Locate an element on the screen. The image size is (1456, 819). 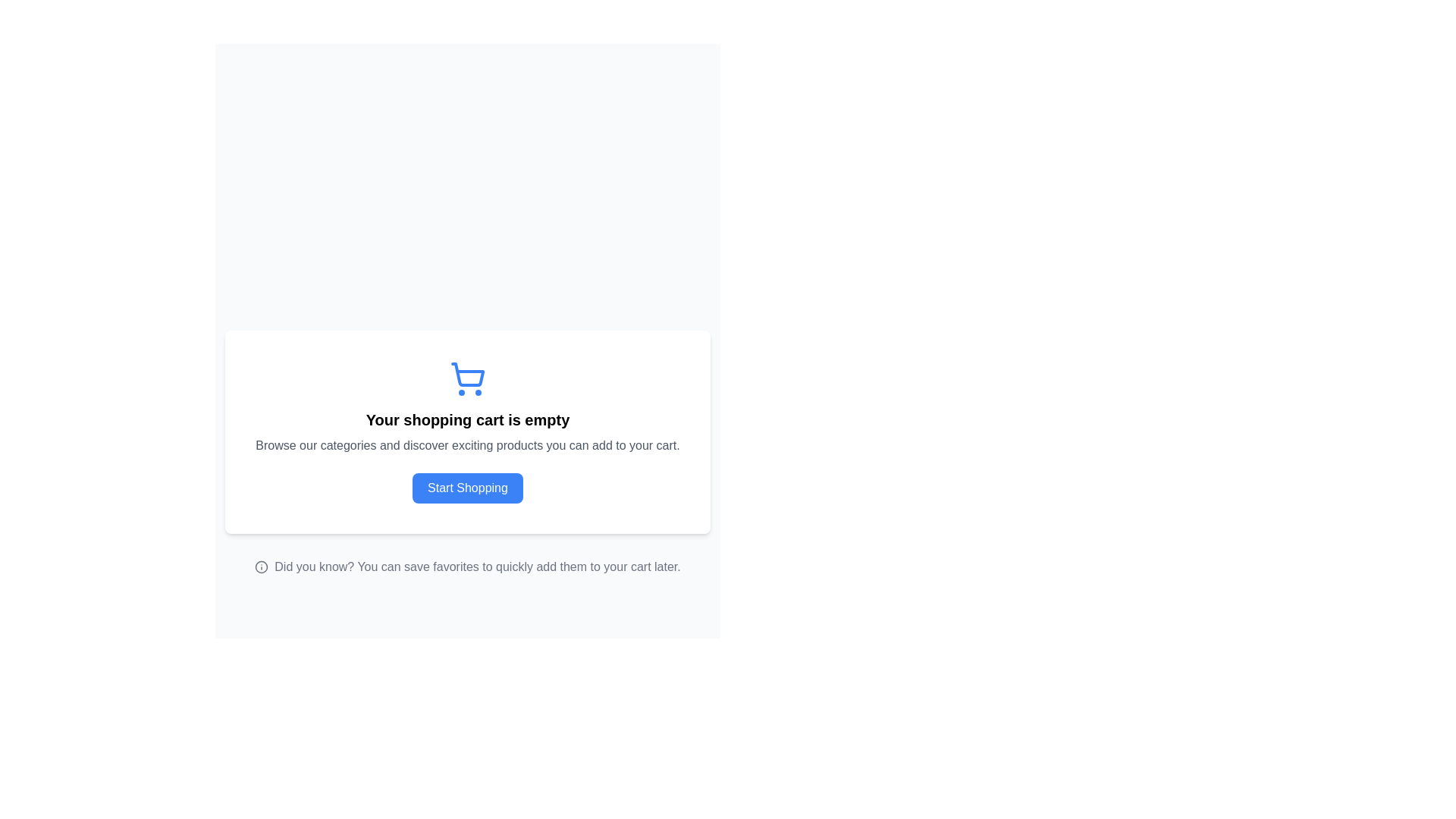
the blue shopping cart icon located above the text 'Your shopping cart is empty' is located at coordinates (467, 378).